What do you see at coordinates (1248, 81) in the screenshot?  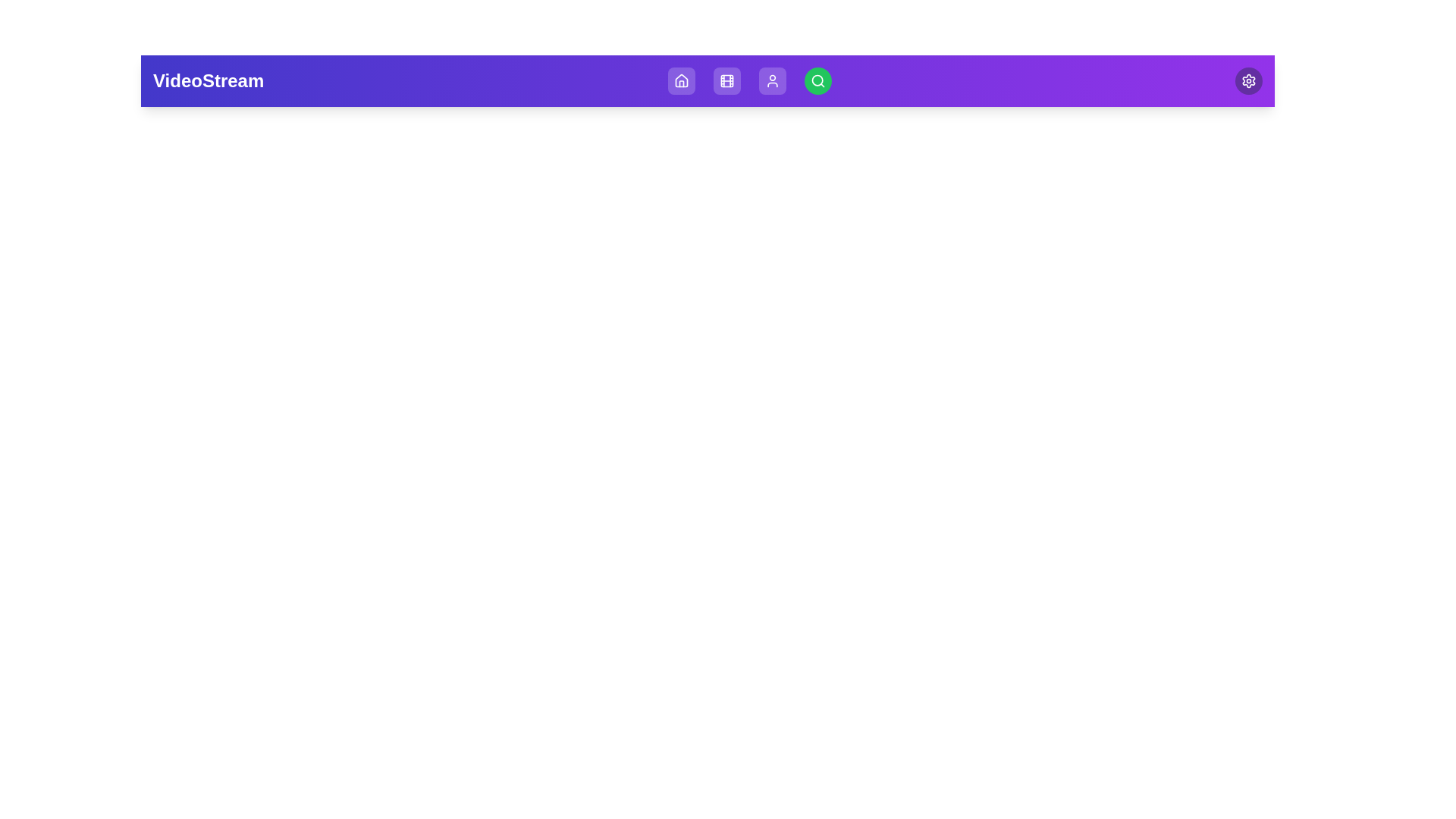 I see `the settings button located at the top-right corner of the navigation bar` at bounding box center [1248, 81].